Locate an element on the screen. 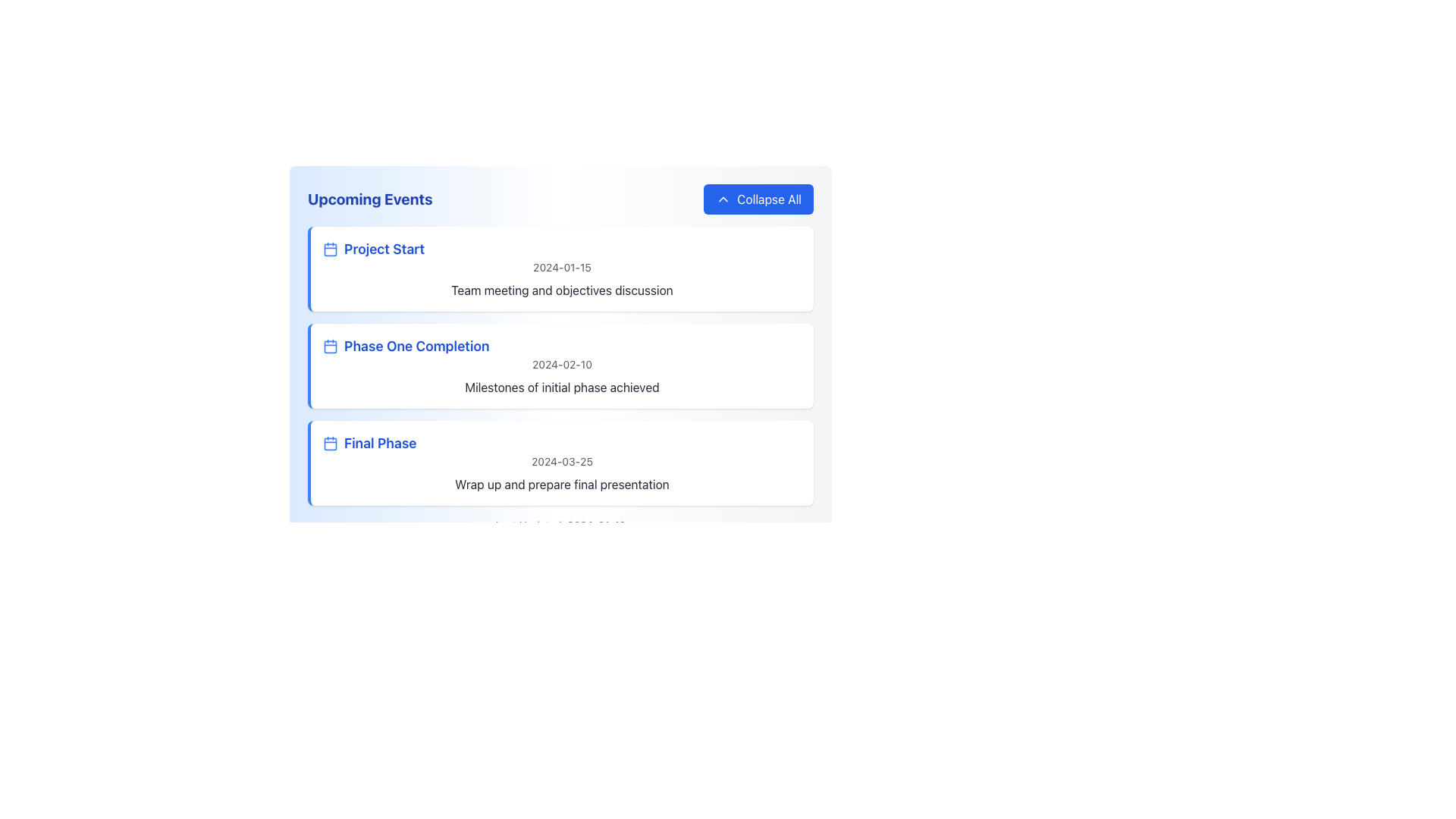 This screenshot has width=1456, height=819. the text label displaying the date '2024-02-10', which is styled in a small gray font, located in the center-right portion of the card for 'Phase One Completion' is located at coordinates (561, 365).